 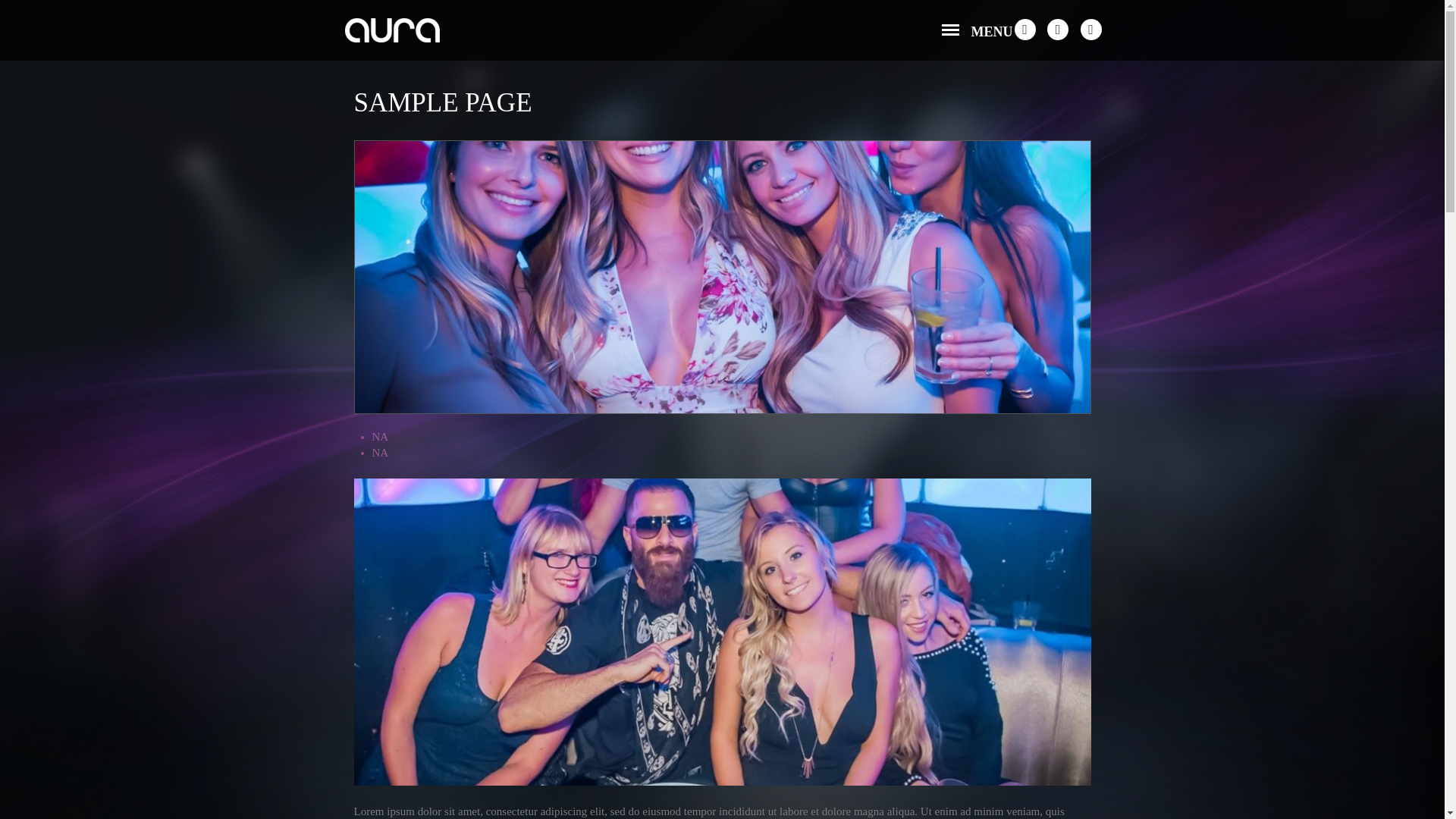 What do you see at coordinates (973, 31) in the screenshot?
I see `'MENU'` at bounding box center [973, 31].